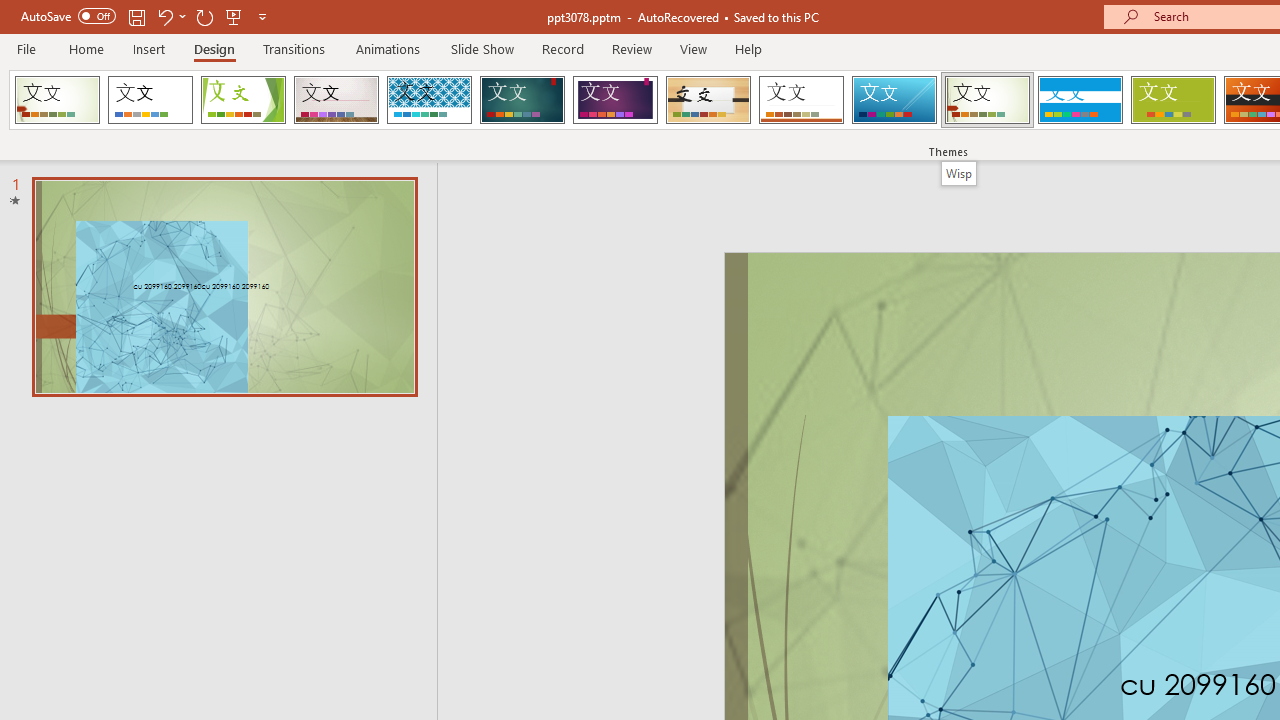  Describe the element at coordinates (148, 48) in the screenshot. I see `'Insert'` at that location.